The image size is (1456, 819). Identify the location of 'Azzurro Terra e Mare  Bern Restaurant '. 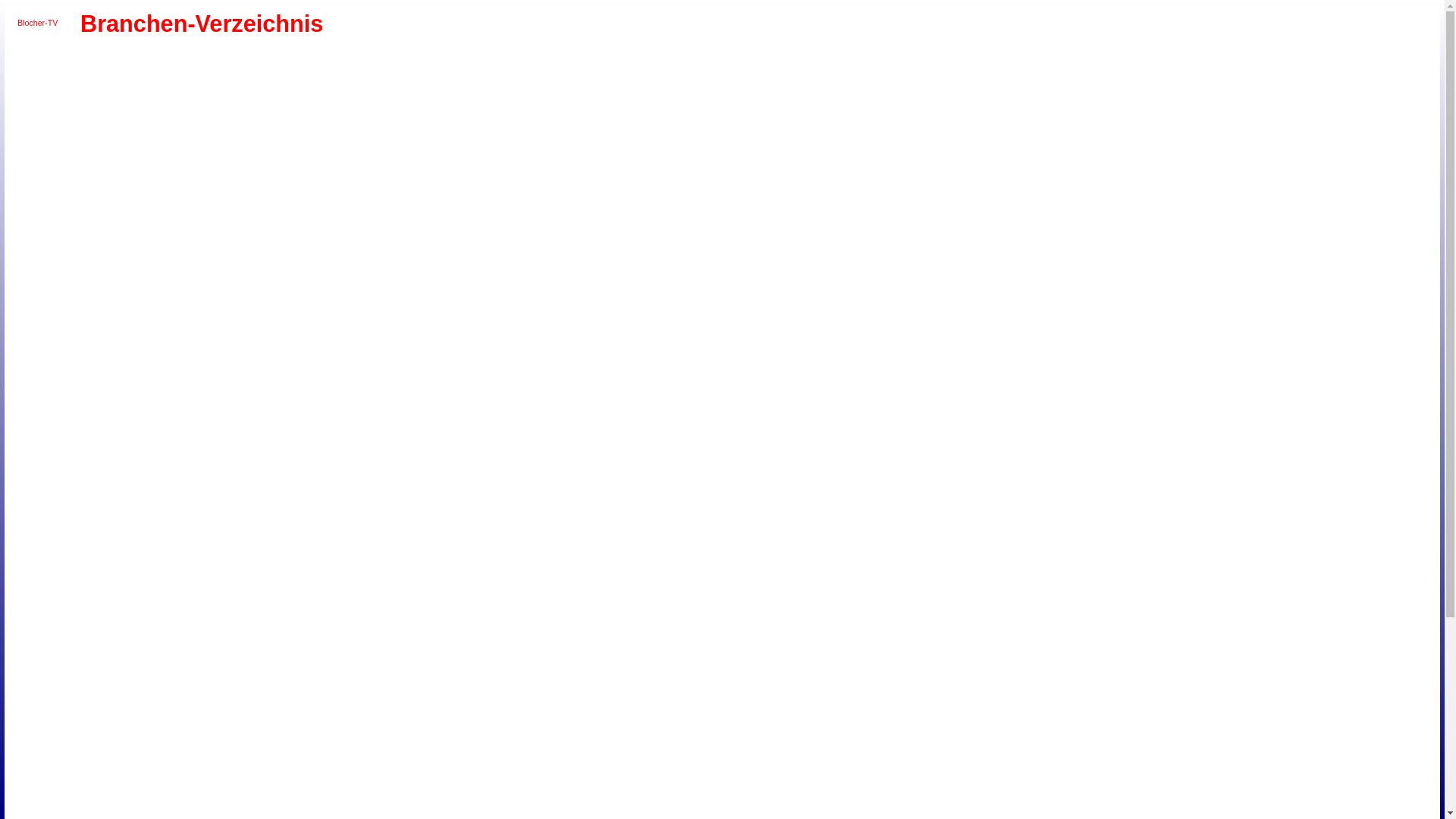
(141, 60).